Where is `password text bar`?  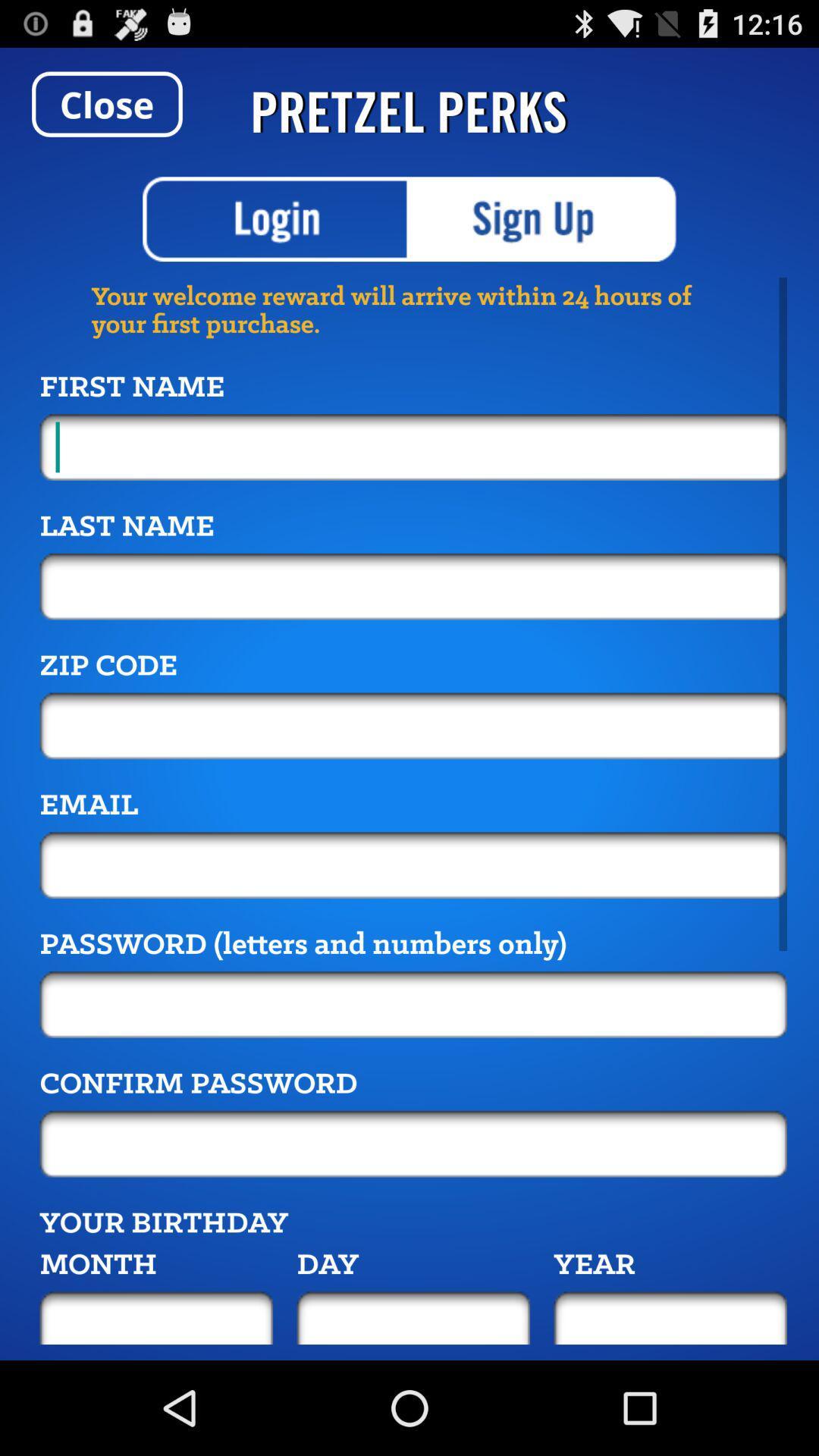 password text bar is located at coordinates (413, 1144).